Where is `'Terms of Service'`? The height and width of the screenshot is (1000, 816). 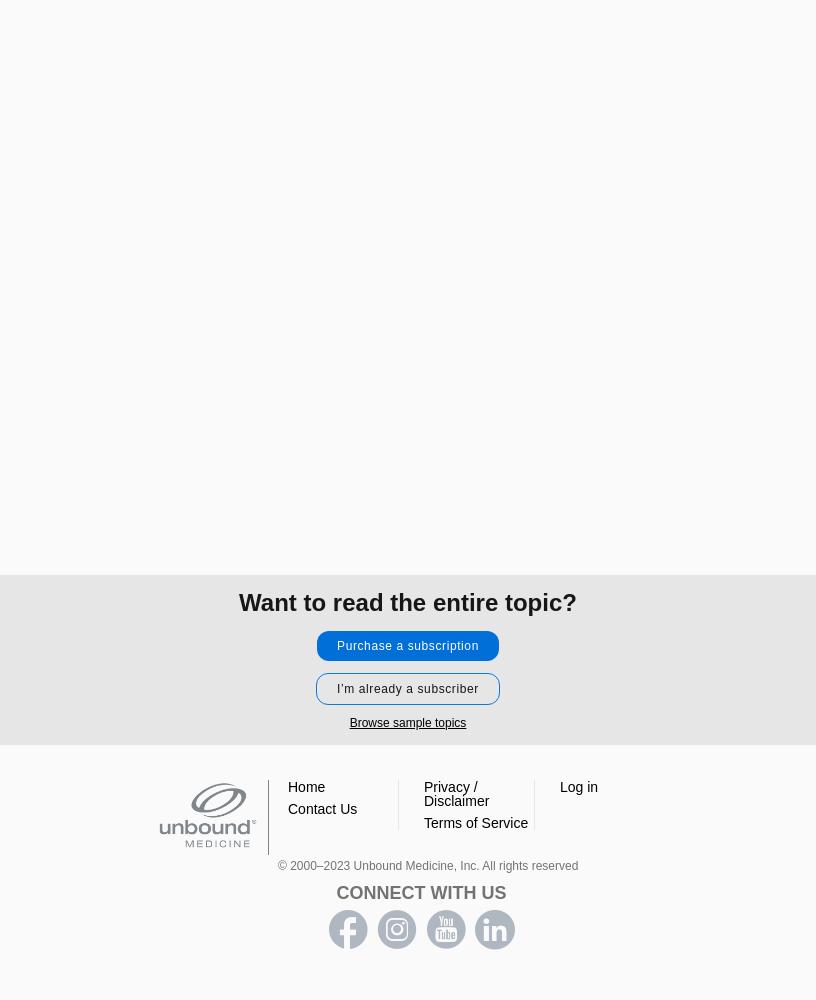
'Terms of Service' is located at coordinates (474, 822).